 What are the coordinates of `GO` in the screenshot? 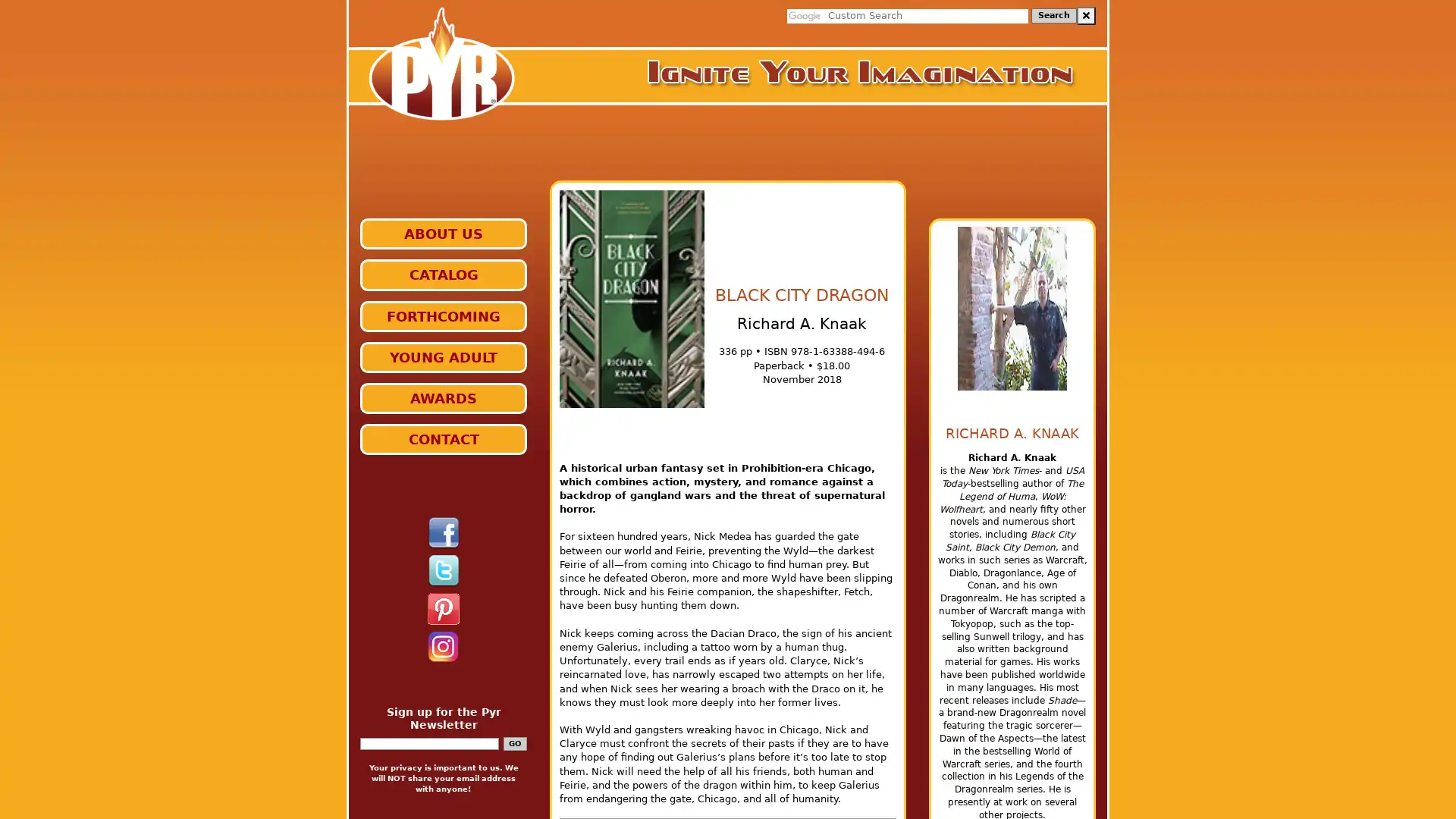 It's located at (514, 742).